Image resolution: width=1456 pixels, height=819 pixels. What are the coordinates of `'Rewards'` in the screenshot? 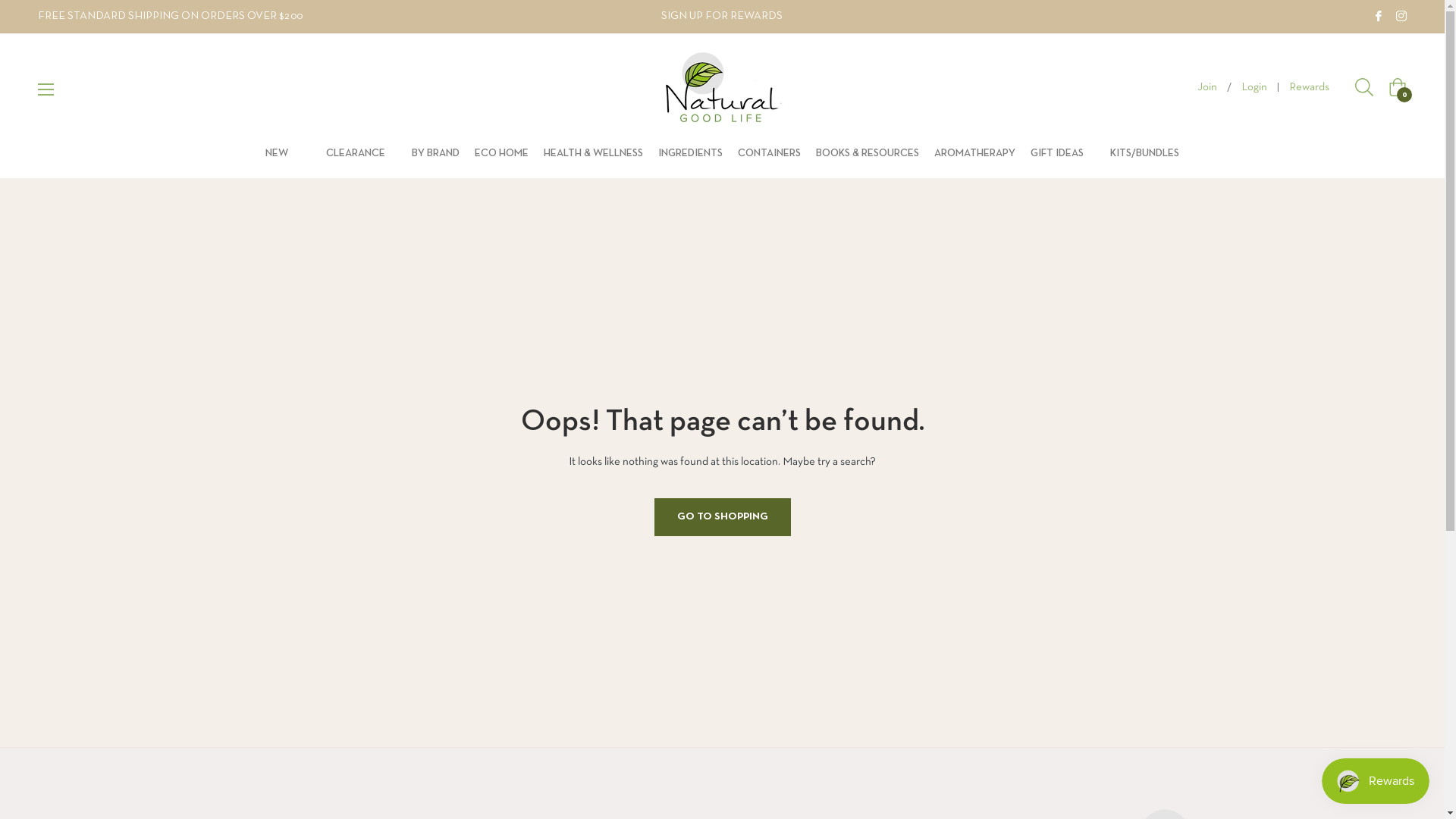 It's located at (1280, 87).